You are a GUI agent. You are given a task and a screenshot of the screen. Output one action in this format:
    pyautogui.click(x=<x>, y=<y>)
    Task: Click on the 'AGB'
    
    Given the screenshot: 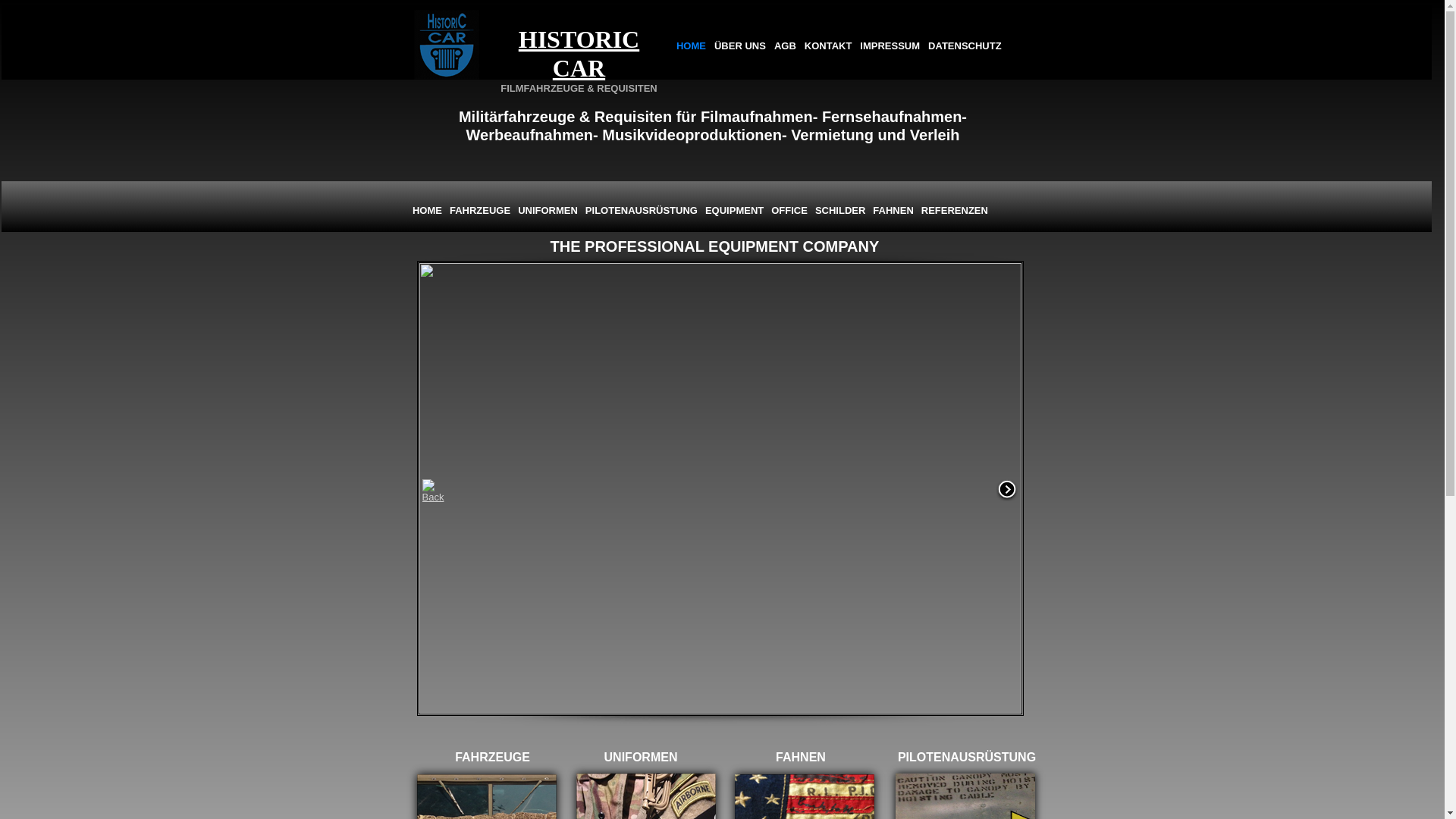 What is the action you would take?
    pyautogui.click(x=785, y=45)
    